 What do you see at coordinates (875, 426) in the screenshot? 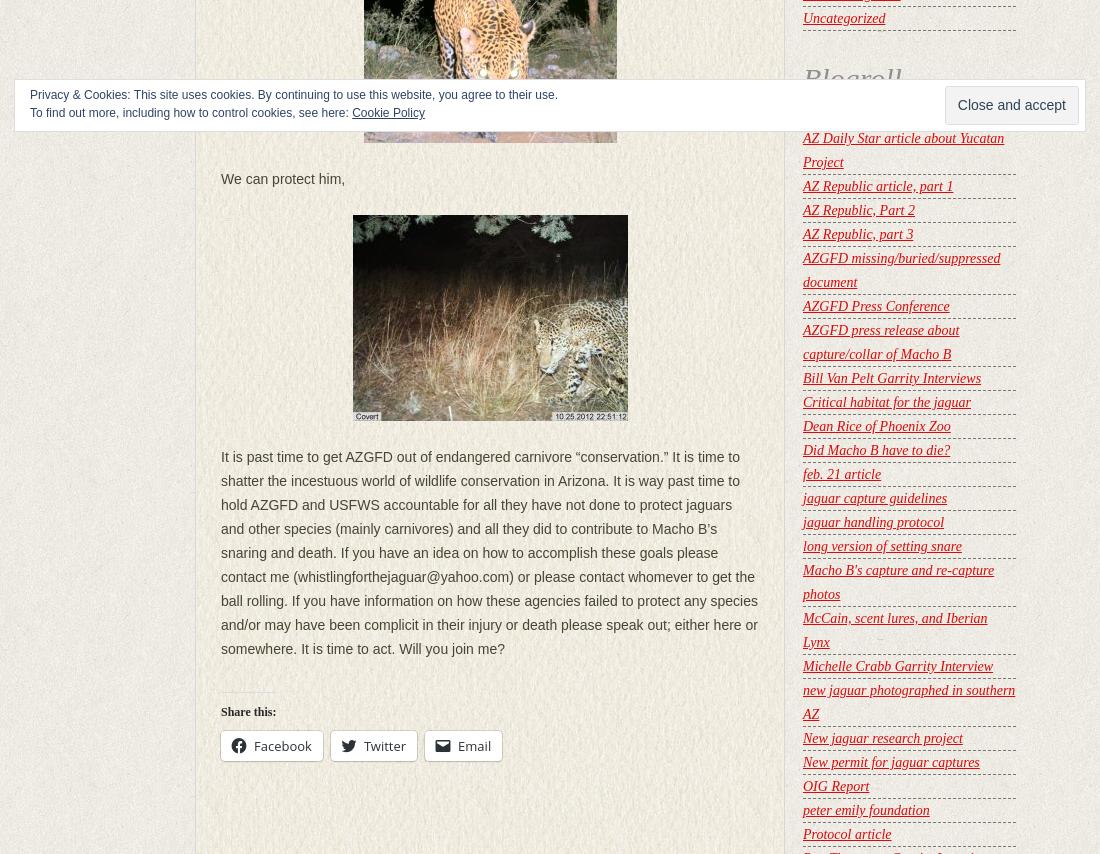
I see `'Dean Rice of Phoenix Zoo'` at bounding box center [875, 426].